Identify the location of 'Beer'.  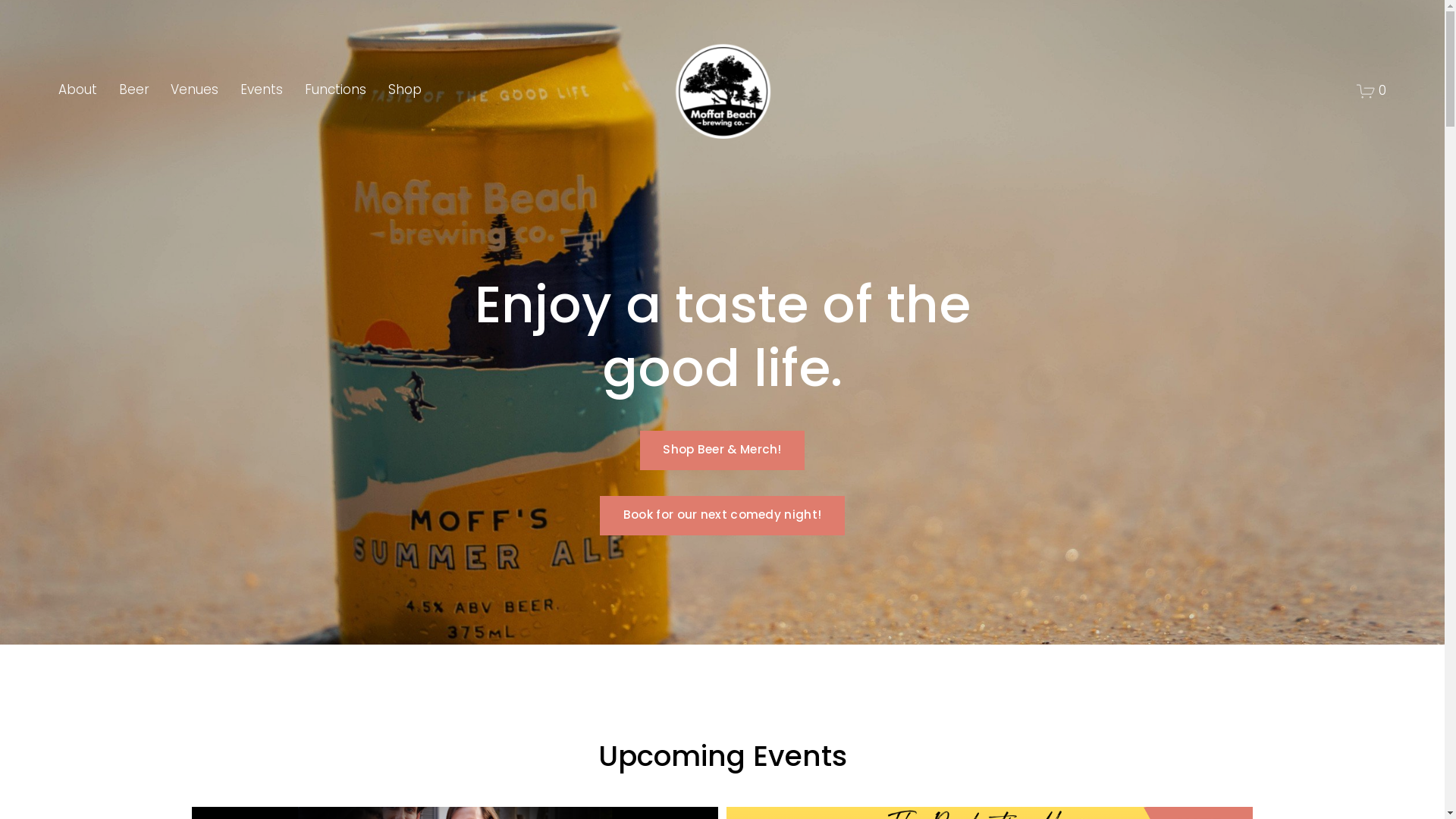
(118, 90).